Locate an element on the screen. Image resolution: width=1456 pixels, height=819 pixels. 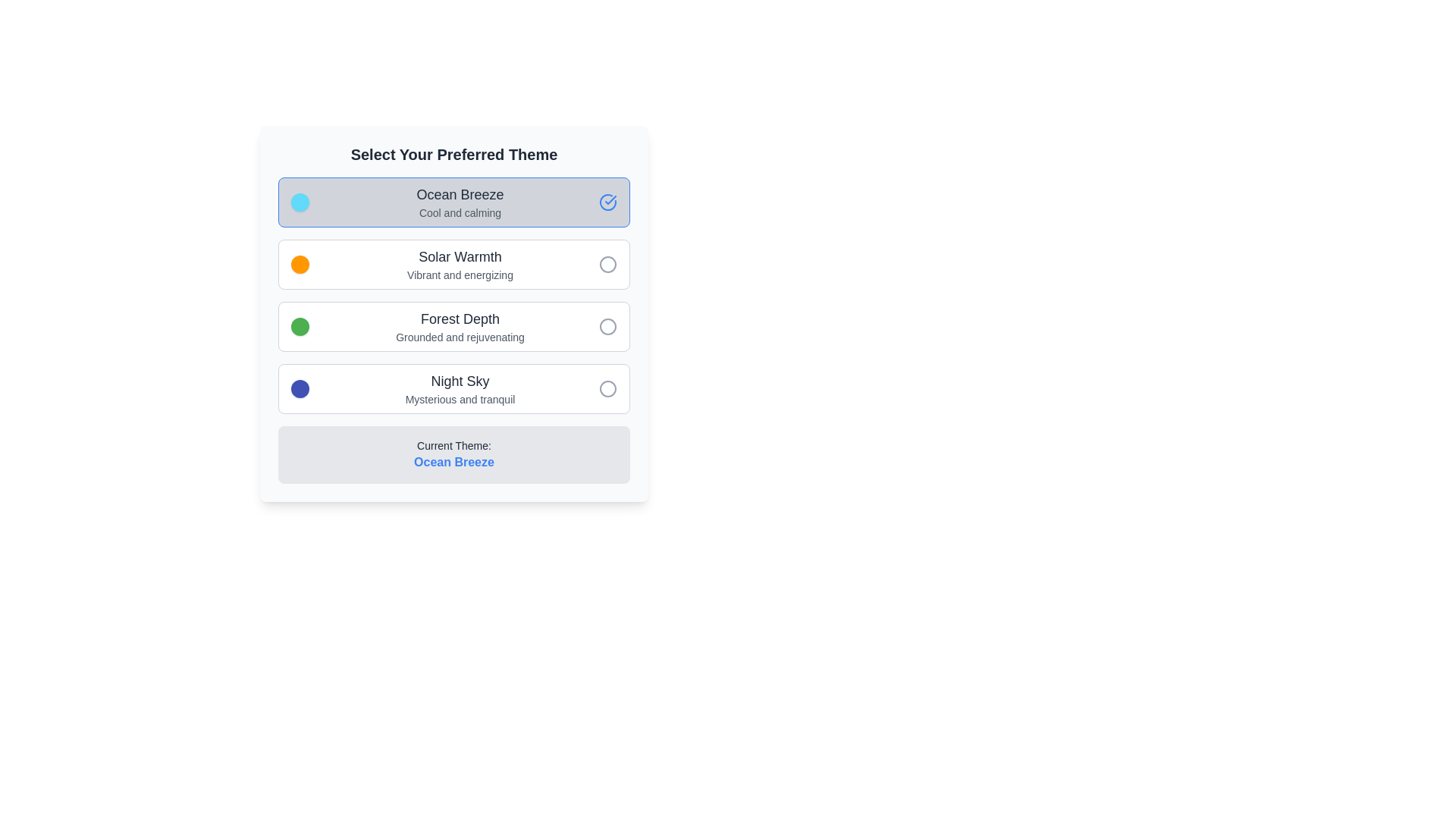
the 'Solar Warmth' theme icon, which is positioned at the left end of the theme option, adjacent to its descriptive text is located at coordinates (300, 263).